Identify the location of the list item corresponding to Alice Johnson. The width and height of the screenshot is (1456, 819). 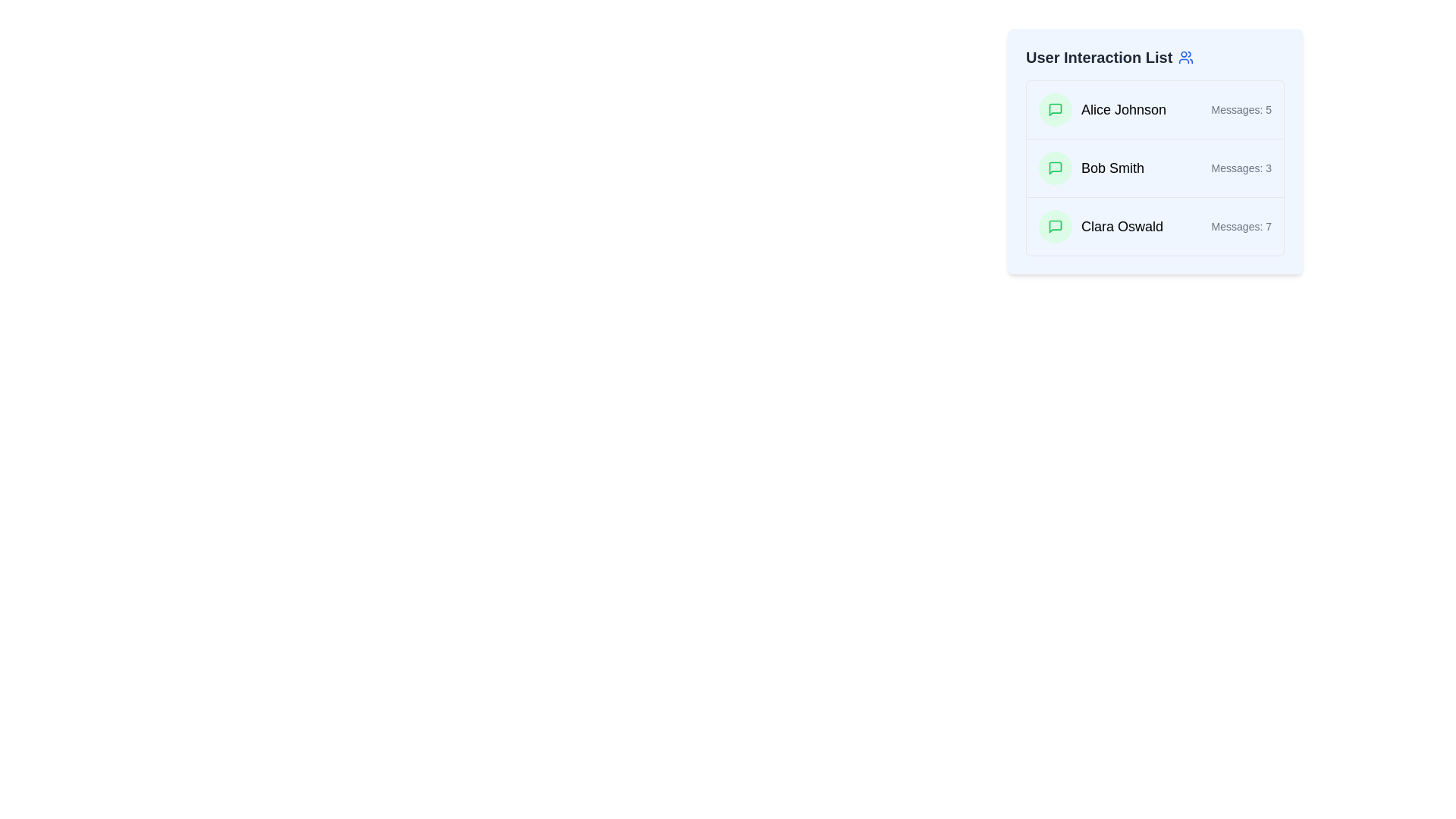
(1154, 109).